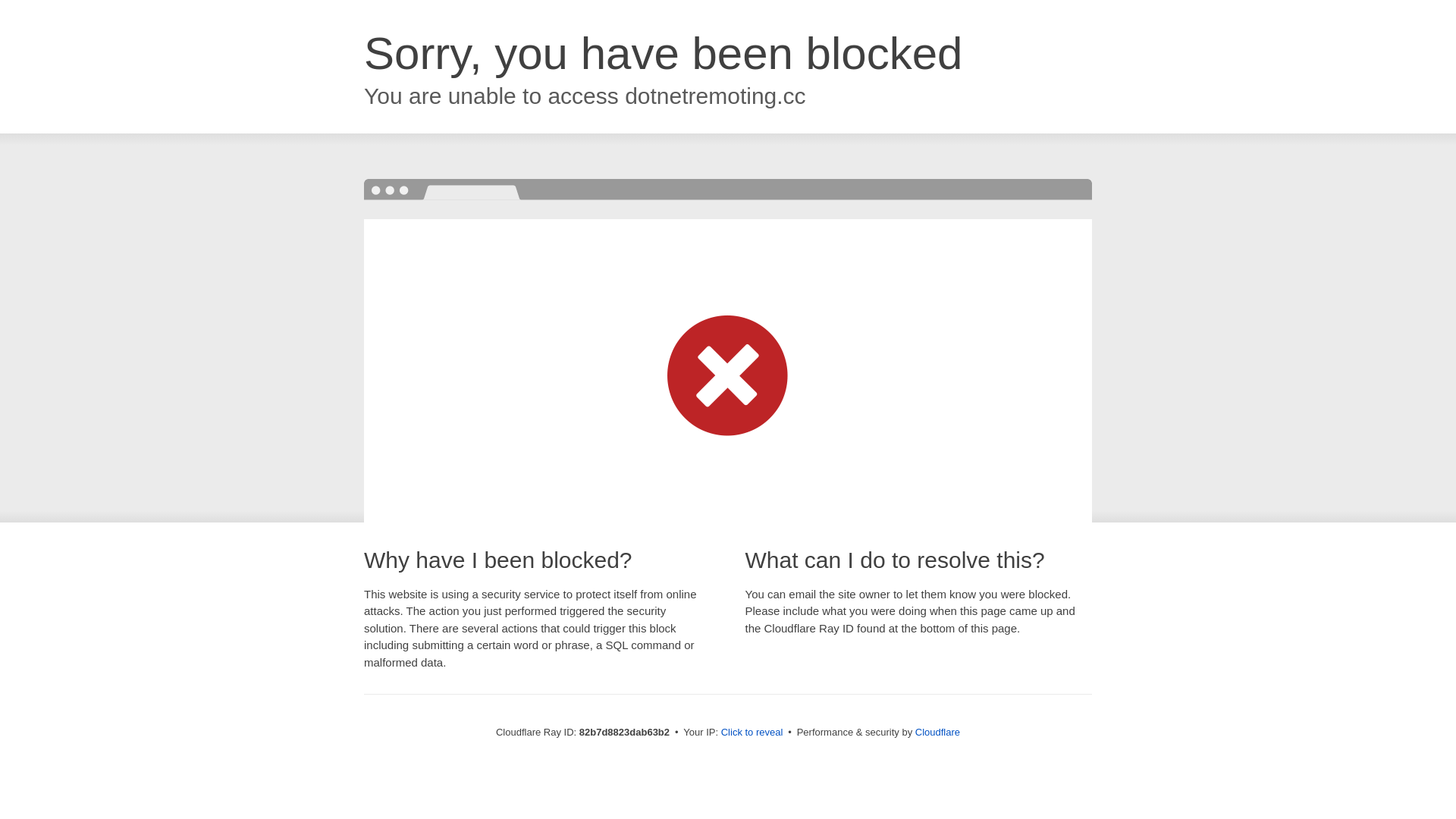 The width and height of the screenshot is (1456, 819). What do you see at coordinates (937, 731) in the screenshot?
I see `'Cloudflare'` at bounding box center [937, 731].